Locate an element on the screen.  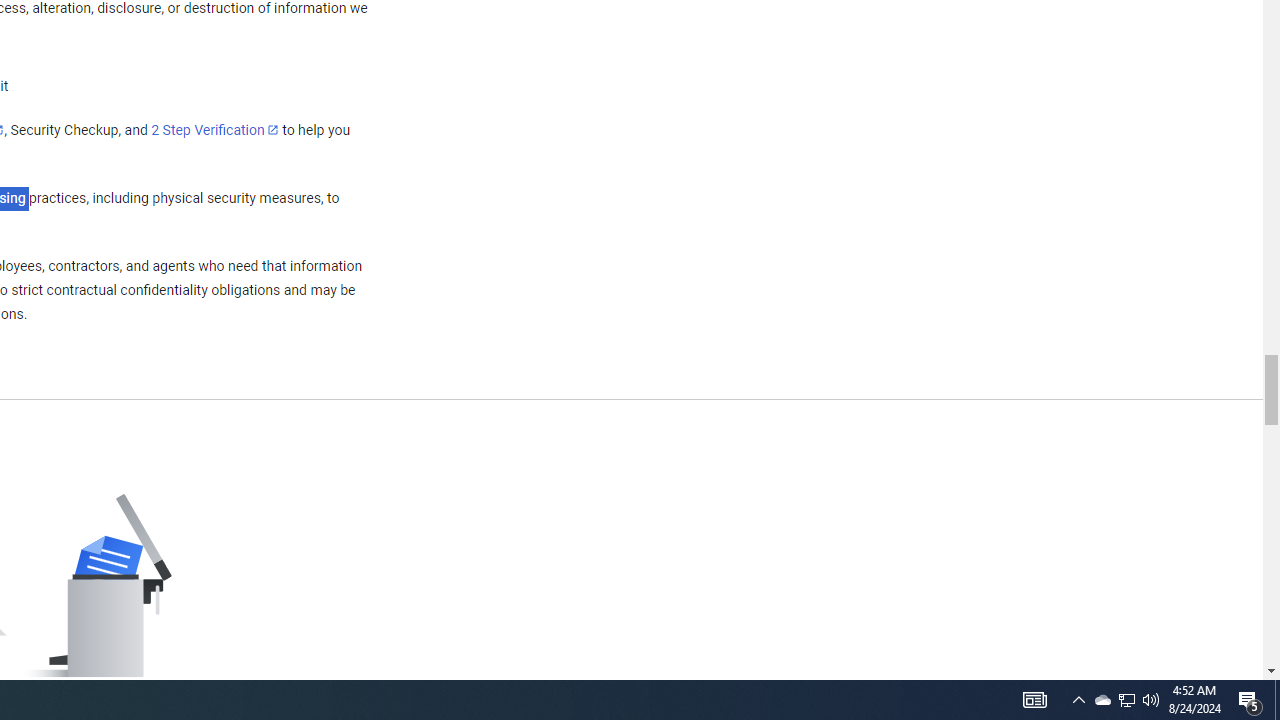
'2 Step Verification' is located at coordinates (215, 129).